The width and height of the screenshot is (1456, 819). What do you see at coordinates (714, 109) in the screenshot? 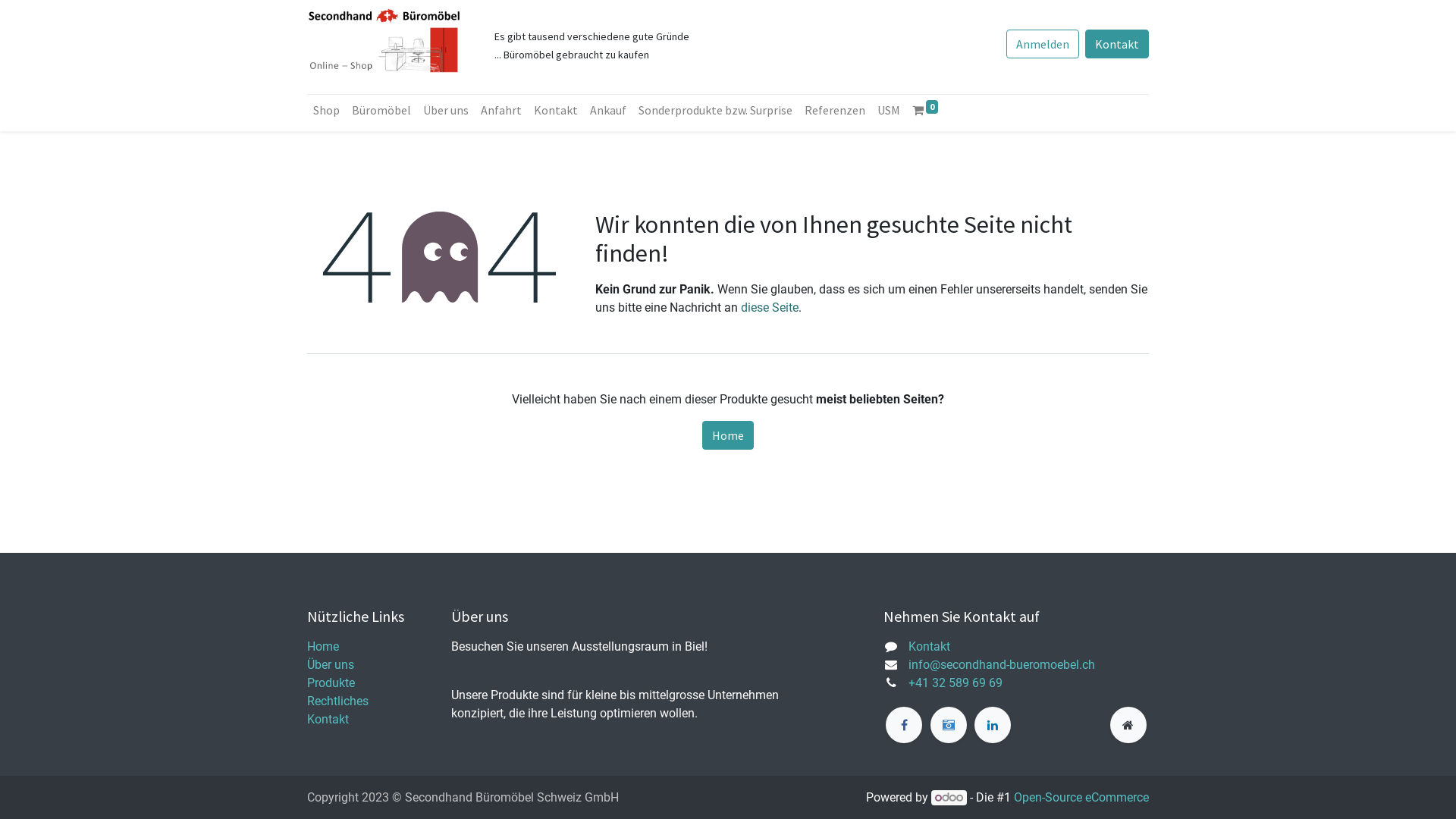
I see `'Sonderprodukte bzw. Surprise'` at bounding box center [714, 109].